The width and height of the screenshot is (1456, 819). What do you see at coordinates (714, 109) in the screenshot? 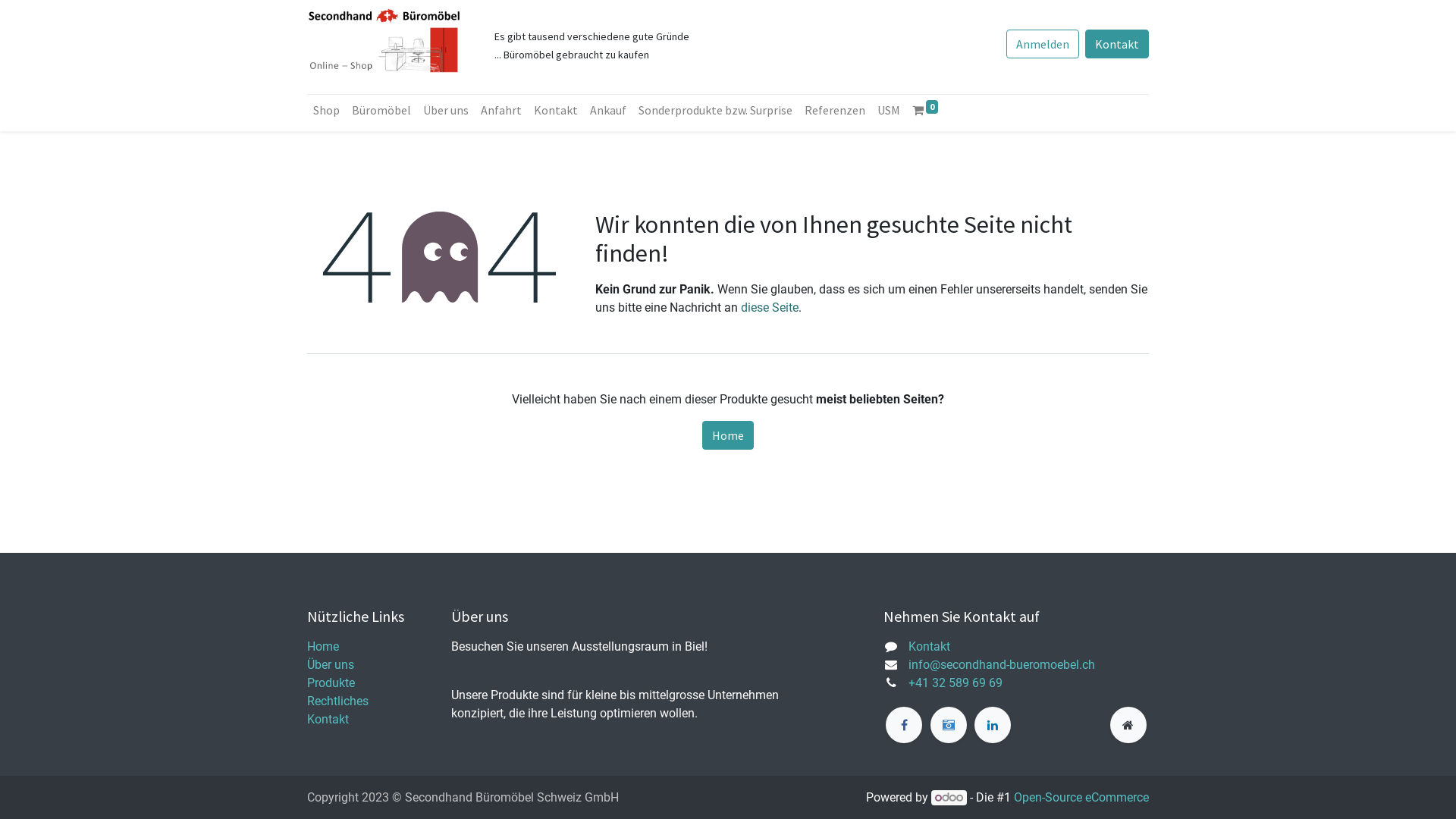
I see `'Sonderprodukte bzw. Surprise'` at bounding box center [714, 109].